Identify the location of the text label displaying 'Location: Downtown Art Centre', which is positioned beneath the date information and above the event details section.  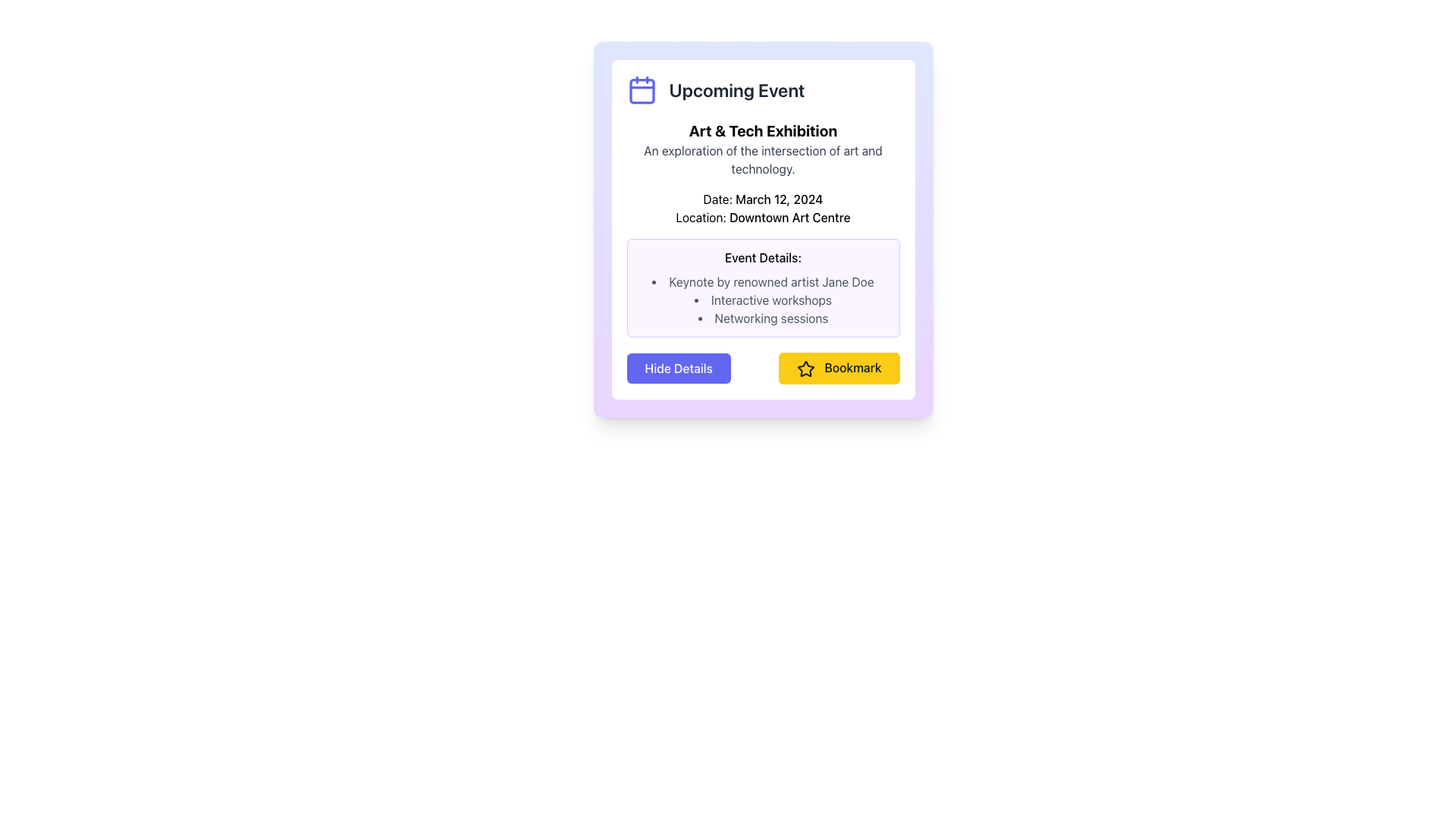
(763, 217).